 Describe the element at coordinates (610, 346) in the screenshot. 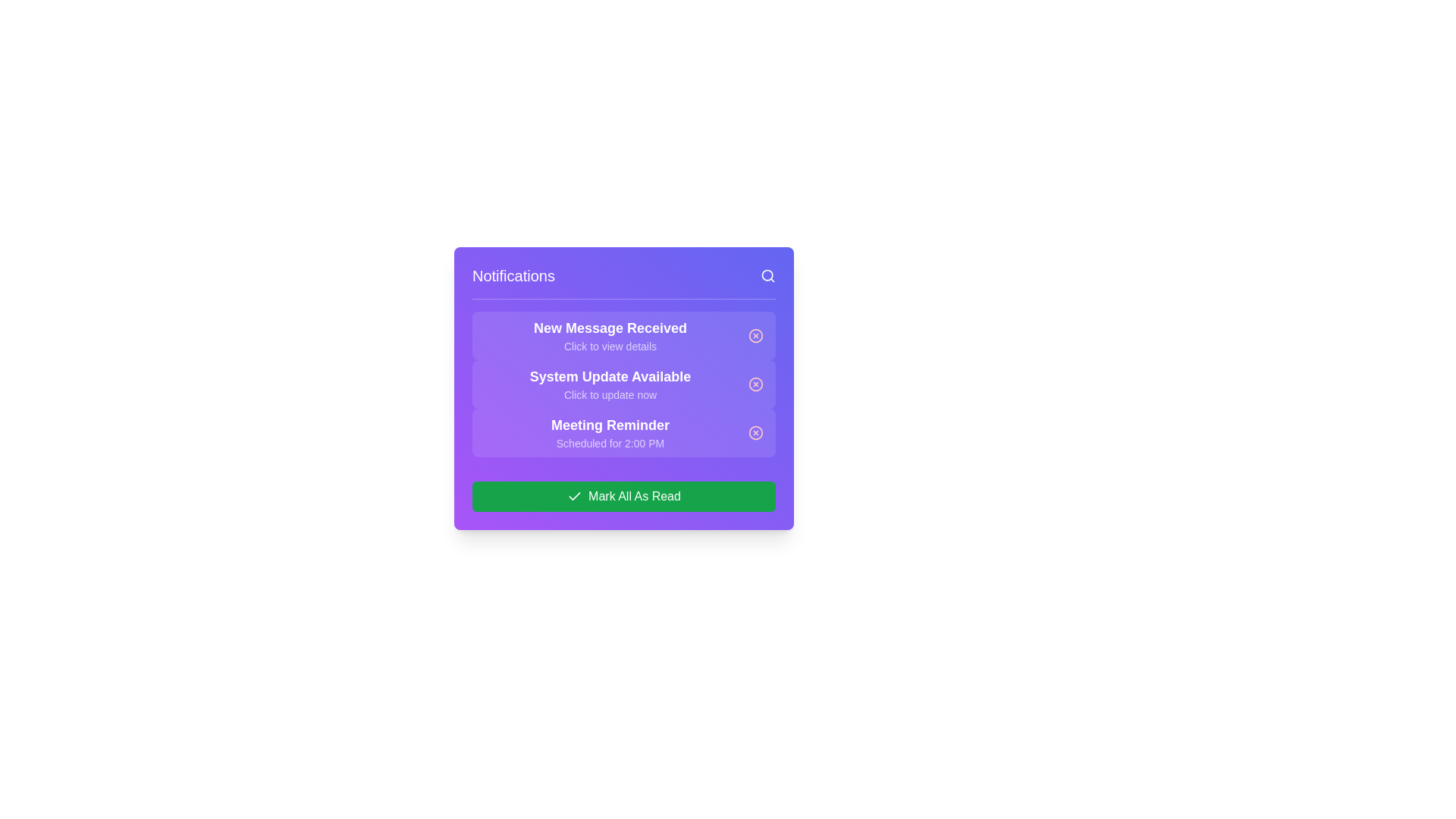

I see `the text element located directly below the 'New Message Received' header in the purple notification box, which is horizontally centered and positioned closer to the top` at that location.